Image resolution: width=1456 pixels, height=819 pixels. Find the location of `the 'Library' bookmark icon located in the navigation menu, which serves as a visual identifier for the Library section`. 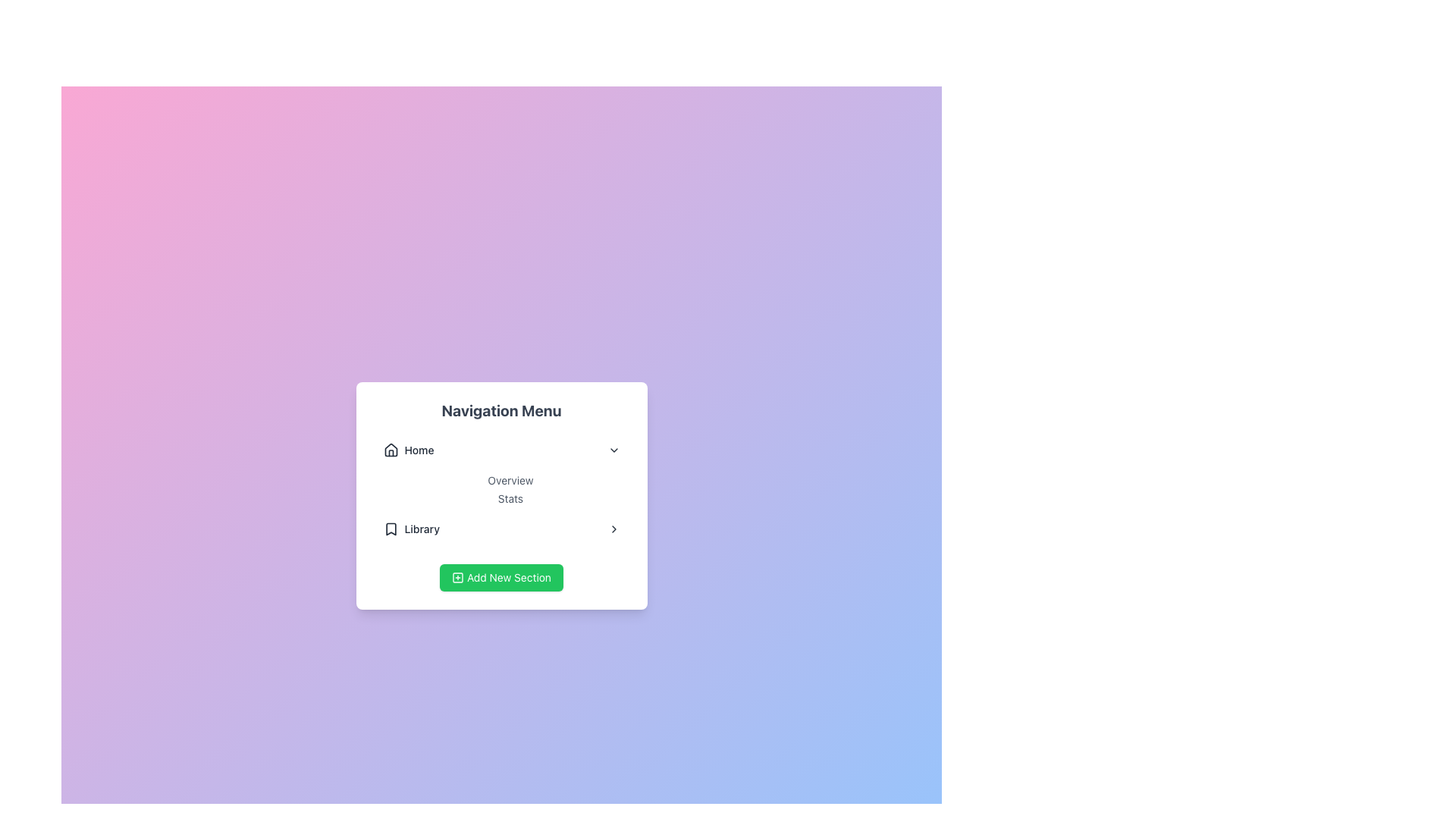

the 'Library' bookmark icon located in the navigation menu, which serves as a visual identifier for the Library section is located at coordinates (390, 529).